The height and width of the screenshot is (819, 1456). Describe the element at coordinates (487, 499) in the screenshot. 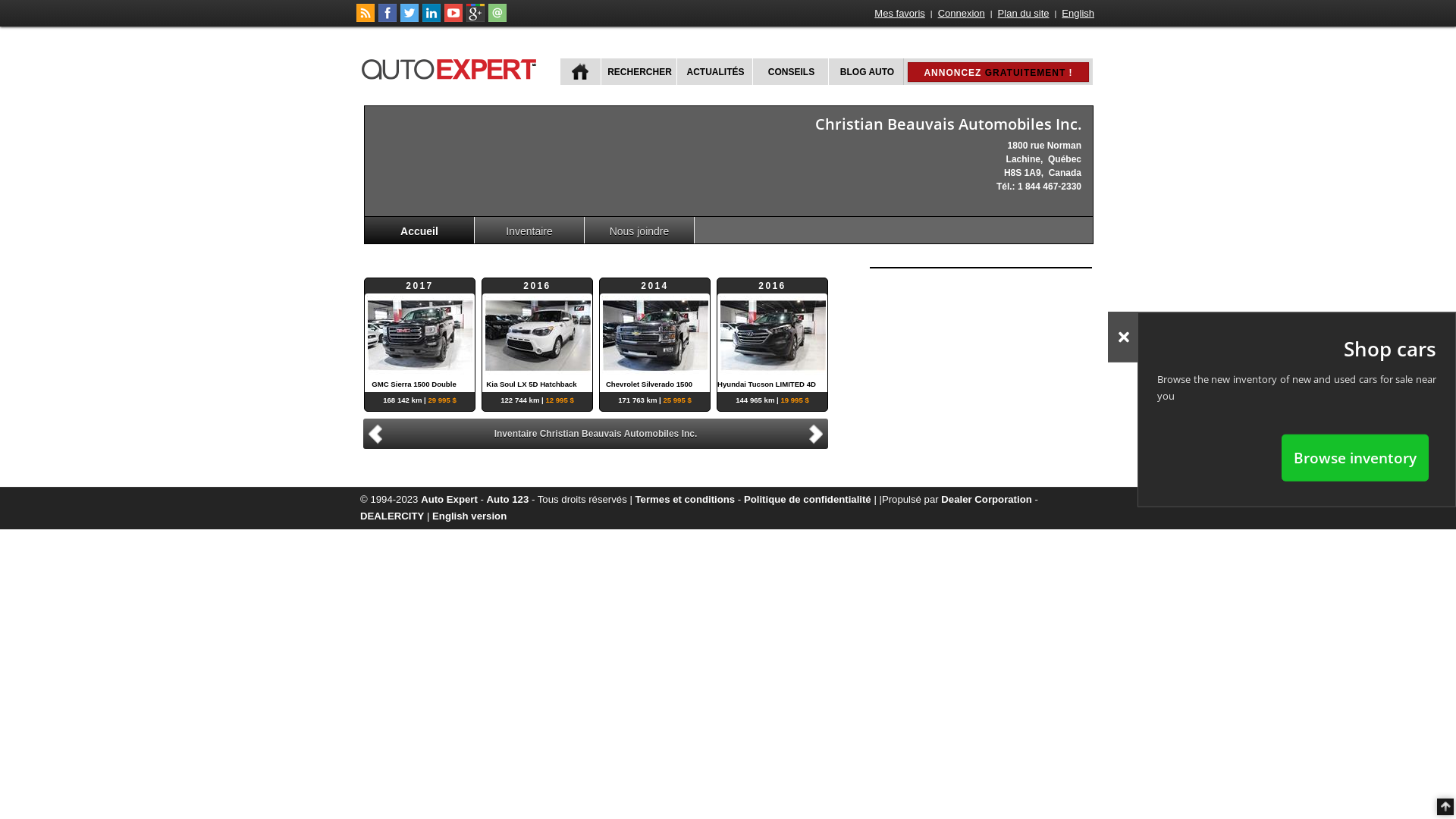

I see `'Auto 123'` at that location.